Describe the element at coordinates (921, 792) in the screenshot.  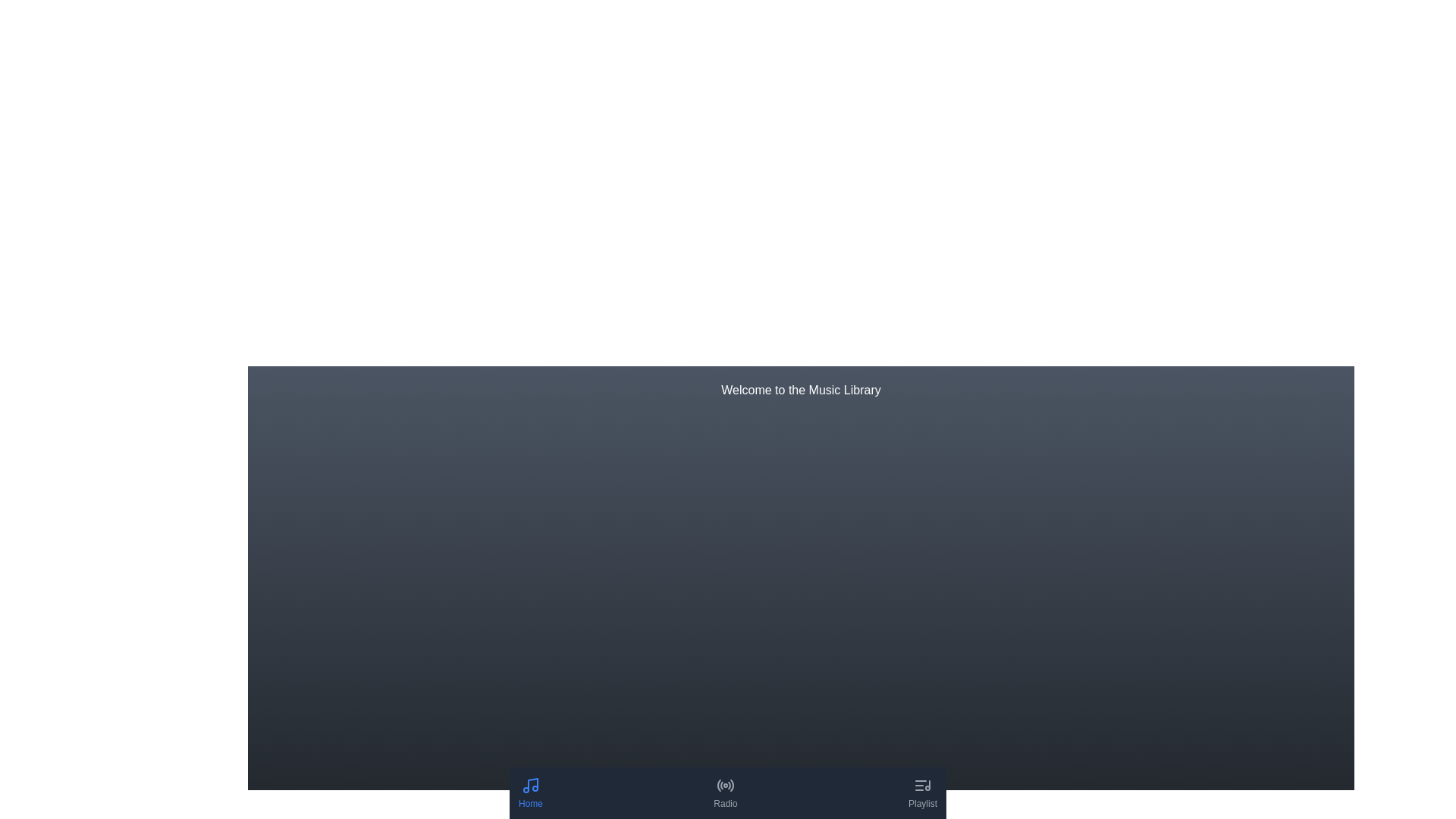
I see `the 'Playlist' navigation button located at the bottom-right corner of the interface` at that location.